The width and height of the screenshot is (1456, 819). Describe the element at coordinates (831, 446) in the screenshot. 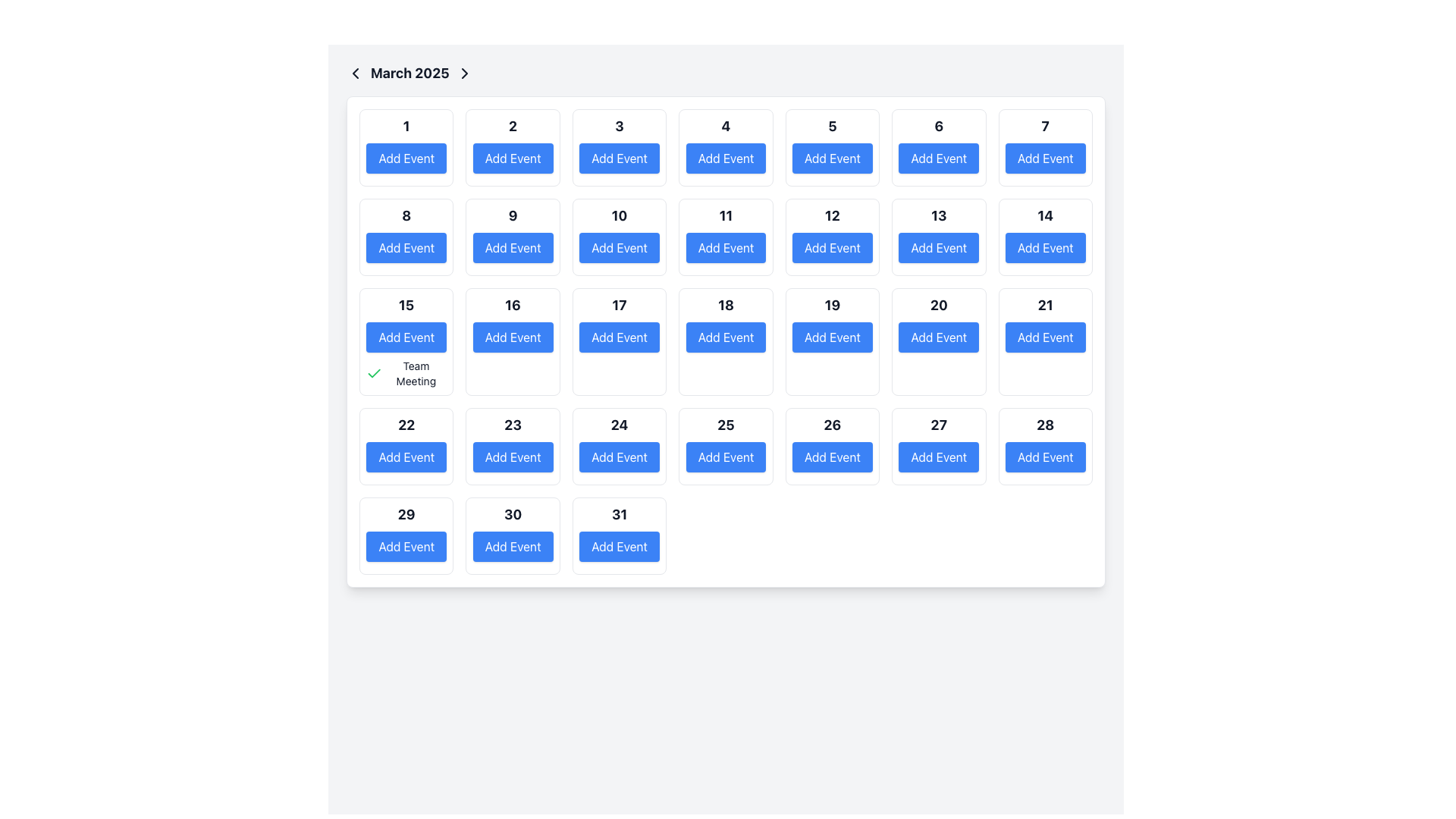

I see `the interactive button in the composite element that allows users to add an event for the 26th day, located in the fourth row and sixth column of the grid layout` at that location.